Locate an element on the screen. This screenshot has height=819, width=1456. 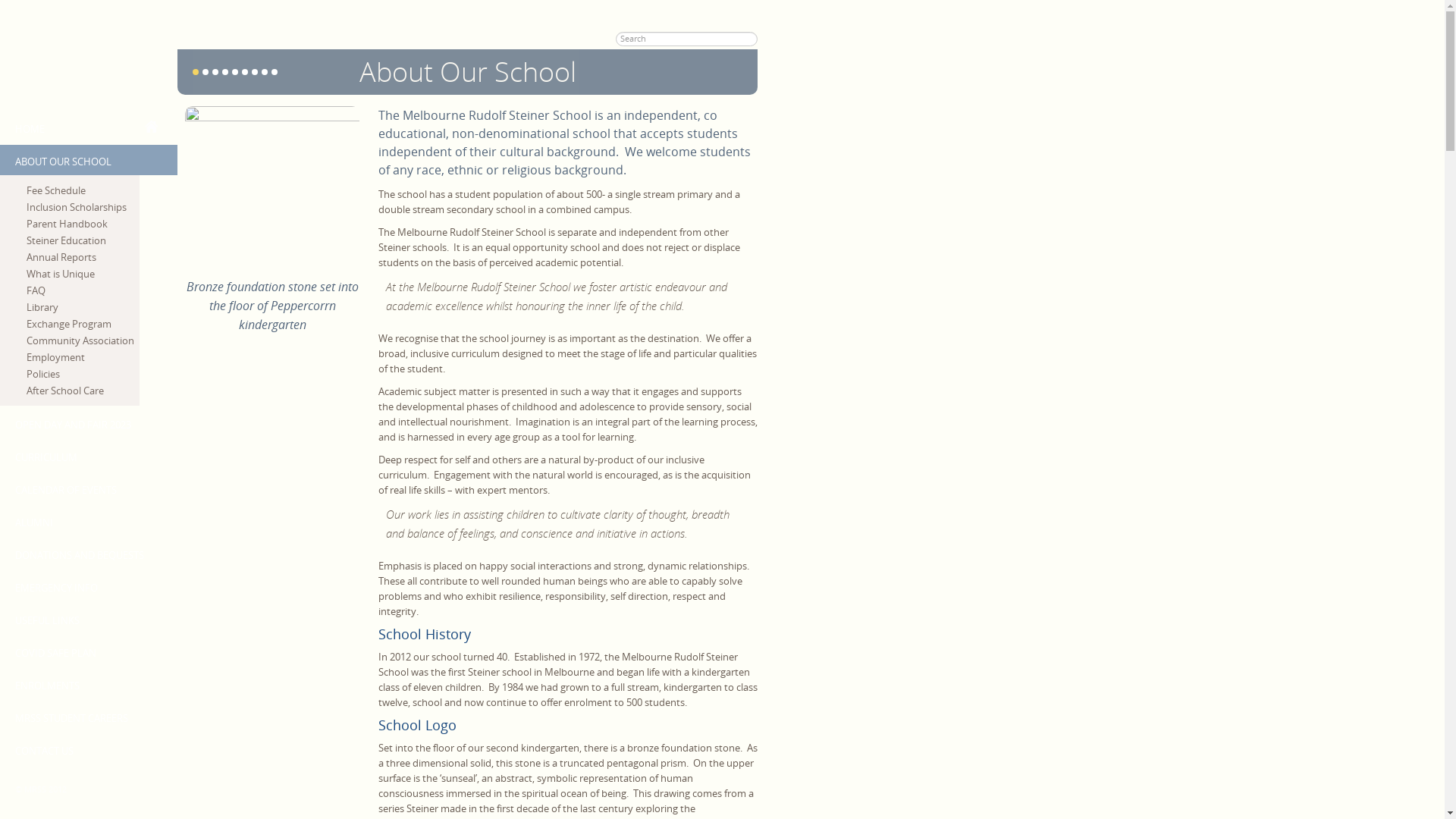
'CONTACT US' is located at coordinates (0, 748).